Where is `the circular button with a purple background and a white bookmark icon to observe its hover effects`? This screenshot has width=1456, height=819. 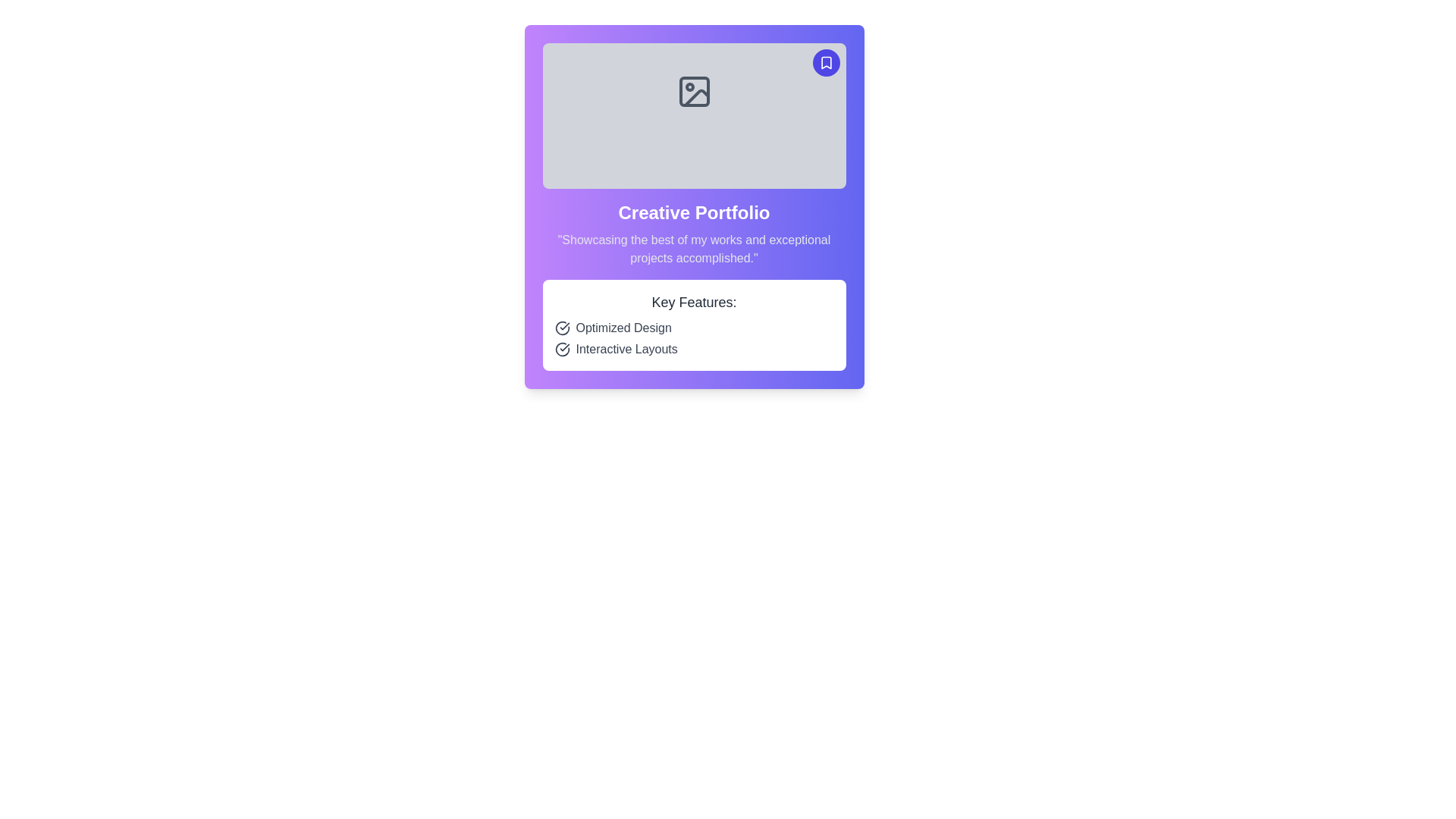
the circular button with a purple background and a white bookmark icon to observe its hover effects is located at coordinates (825, 62).